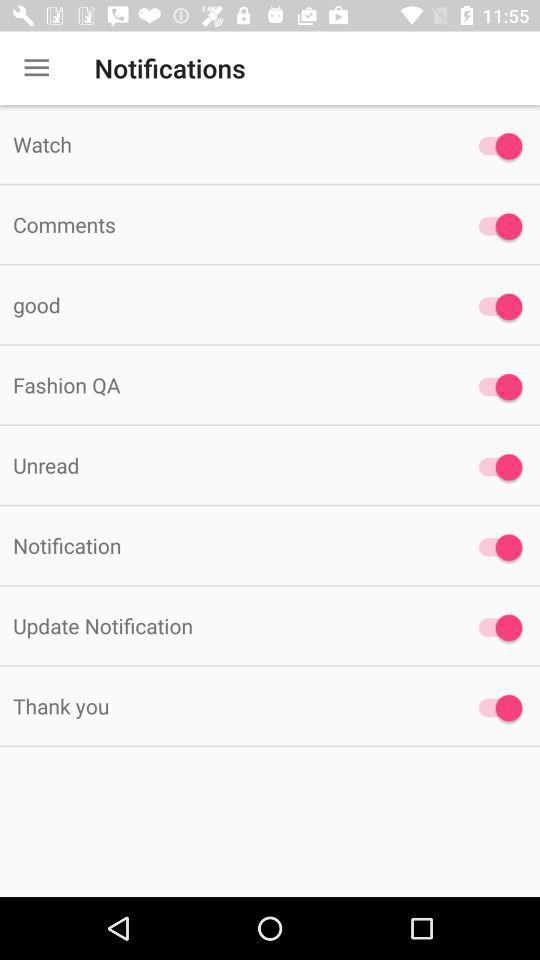 This screenshot has height=960, width=540. What do you see at coordinates (494, 145) in the screenshot?
I see `notification option for watch` at bounding box center [494, 145].